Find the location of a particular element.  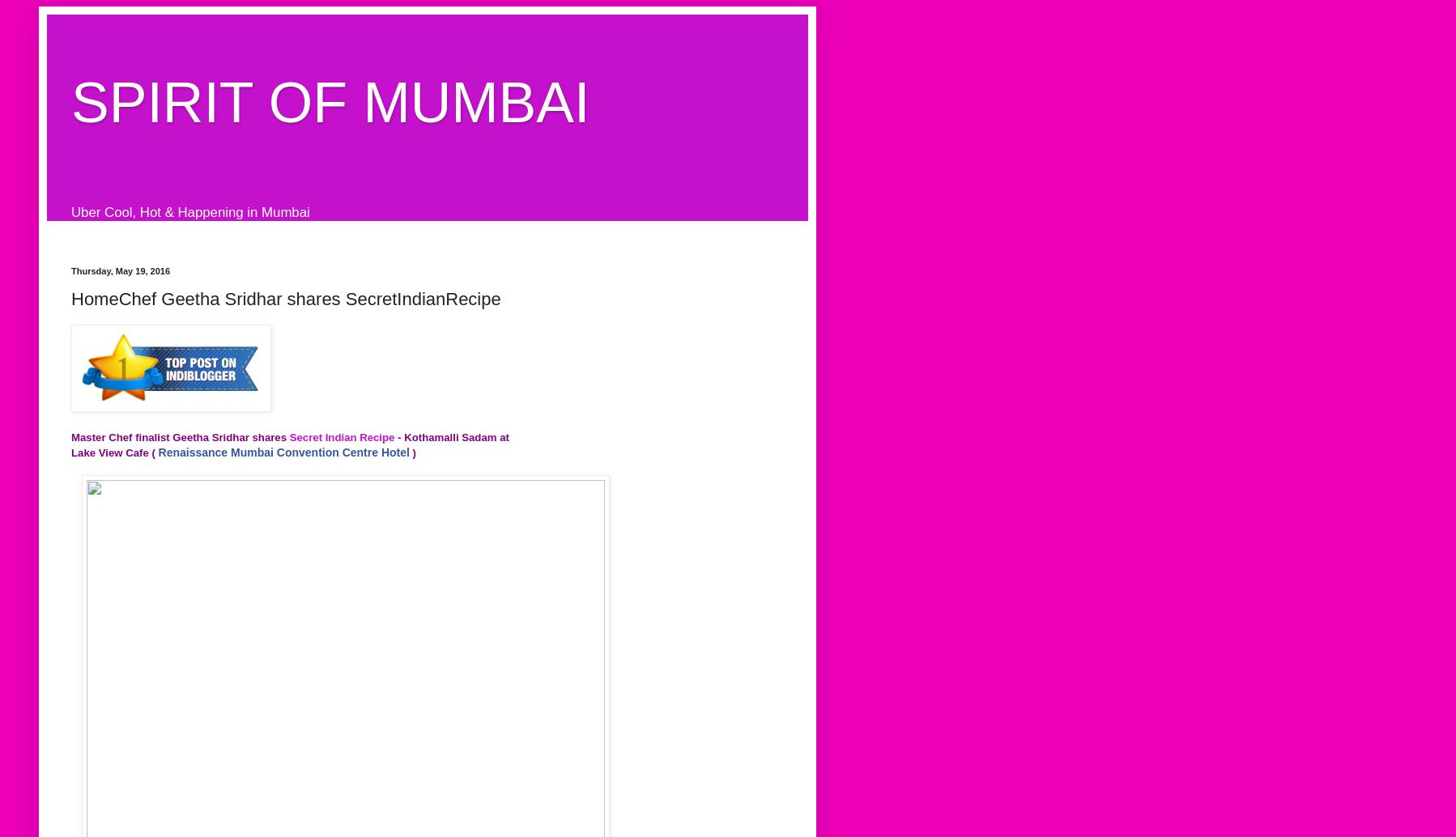

'Master Chef finalist Geetha Sridhar shares' is located at coordinates (180, 436).